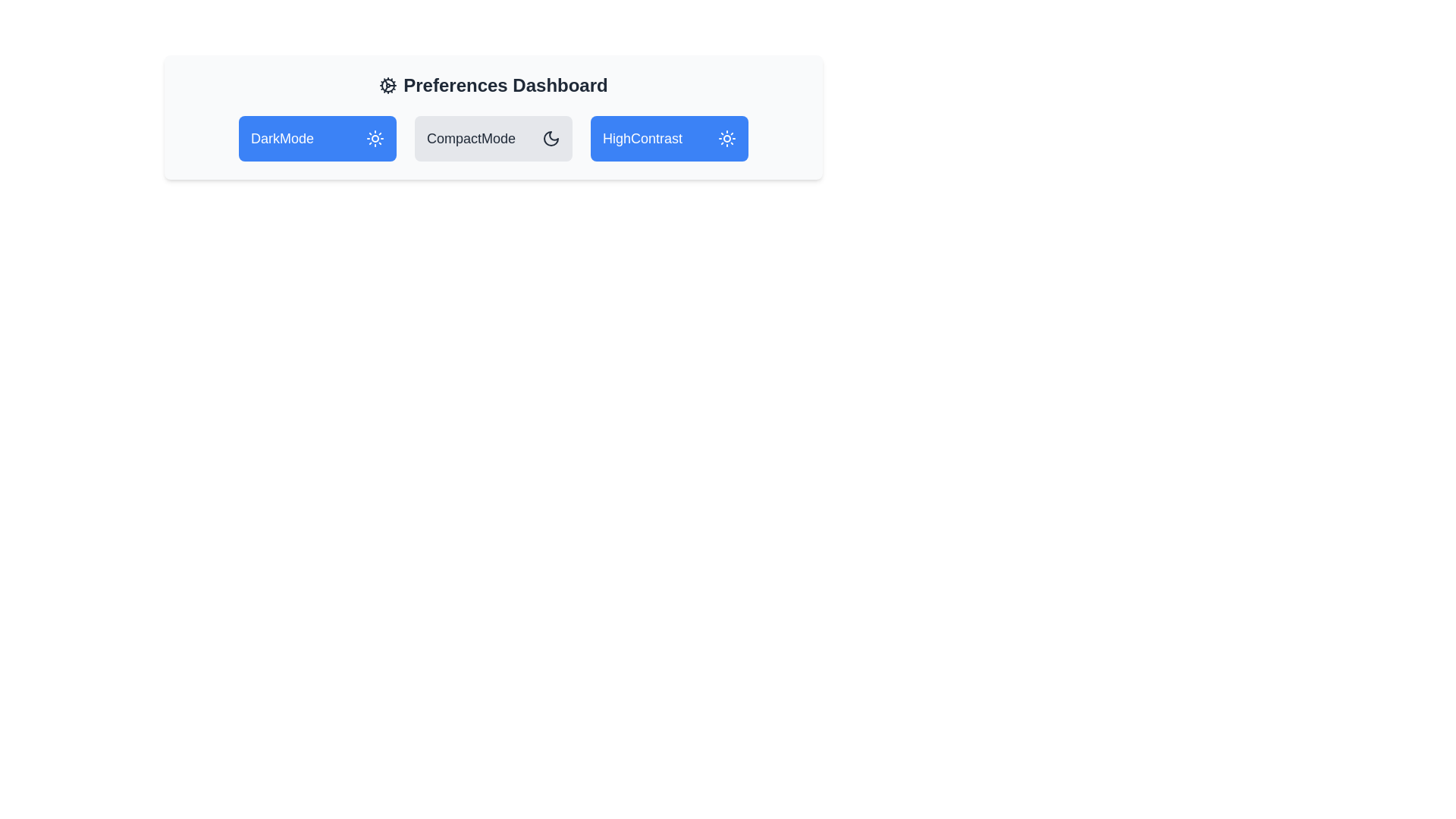 This screenshot has width=1456, height=819. Describe the element at coordinates (494, 138) in the screenshot. I see `the preference option CompactMode to observe its hover effect` at that location.